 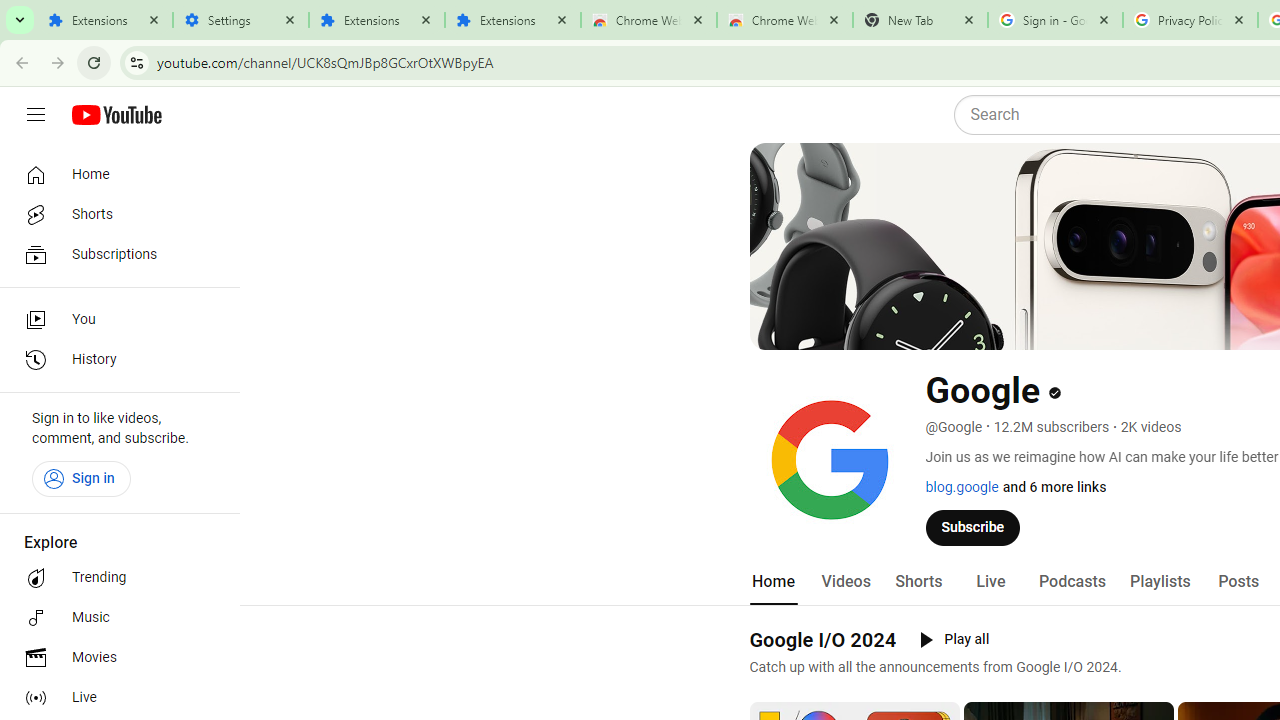 I want to click on 'Trending', so click(x=112, y=578).